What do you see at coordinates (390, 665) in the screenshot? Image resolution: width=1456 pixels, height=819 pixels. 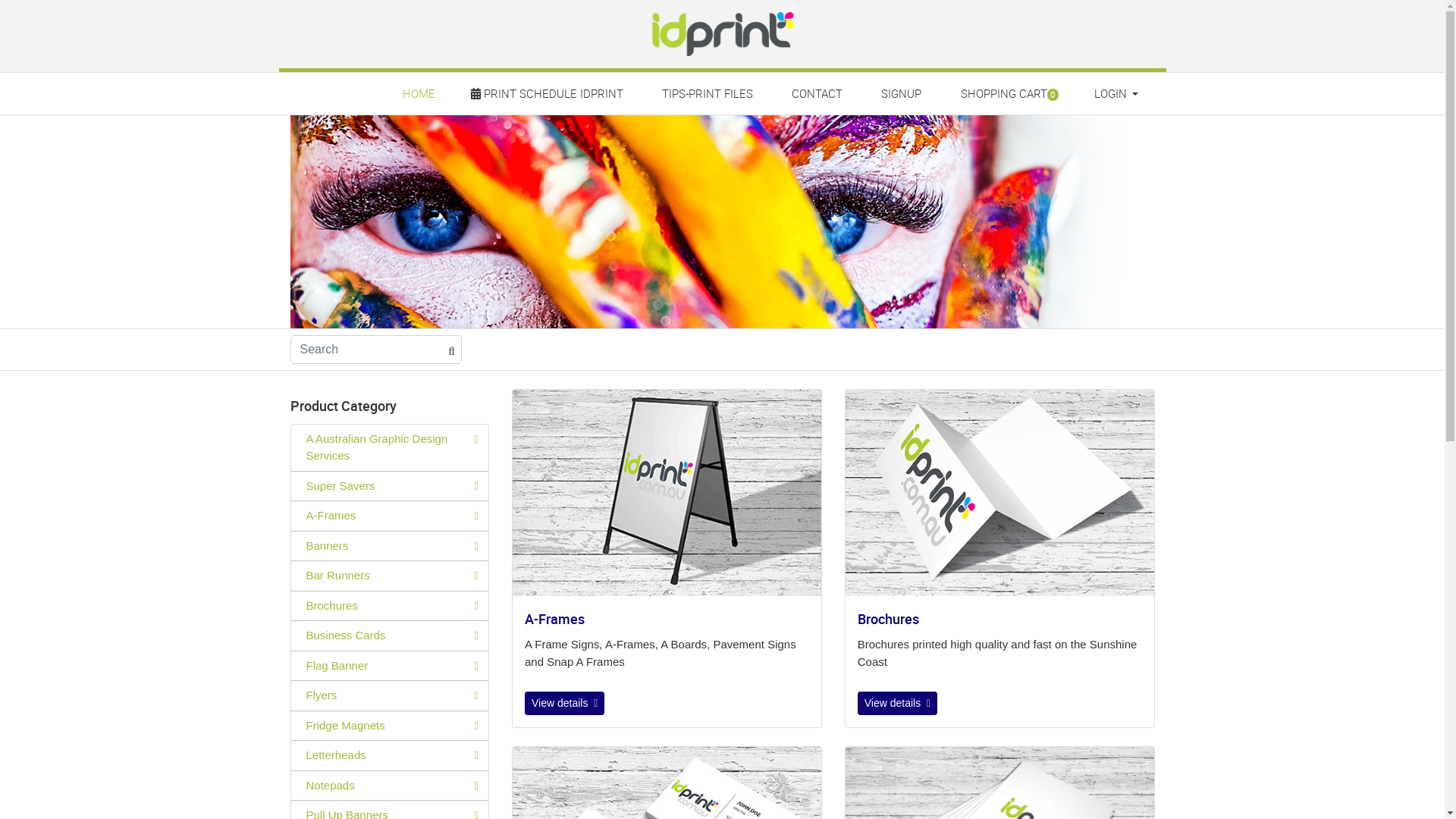 I see `'Flag Banner'` at bounding box center [390, 665].